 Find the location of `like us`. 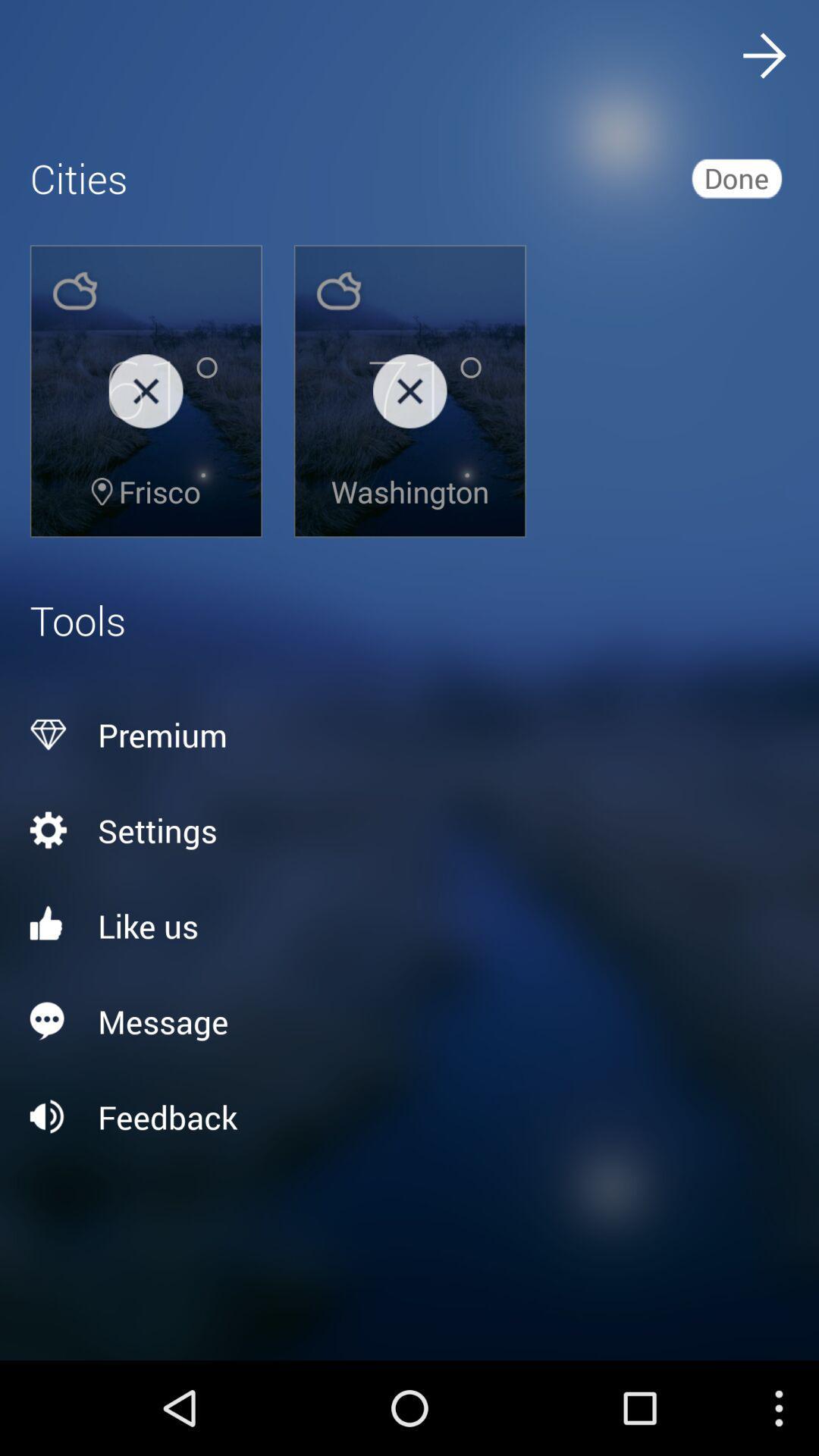

like us is located at coordinates (409, 924).